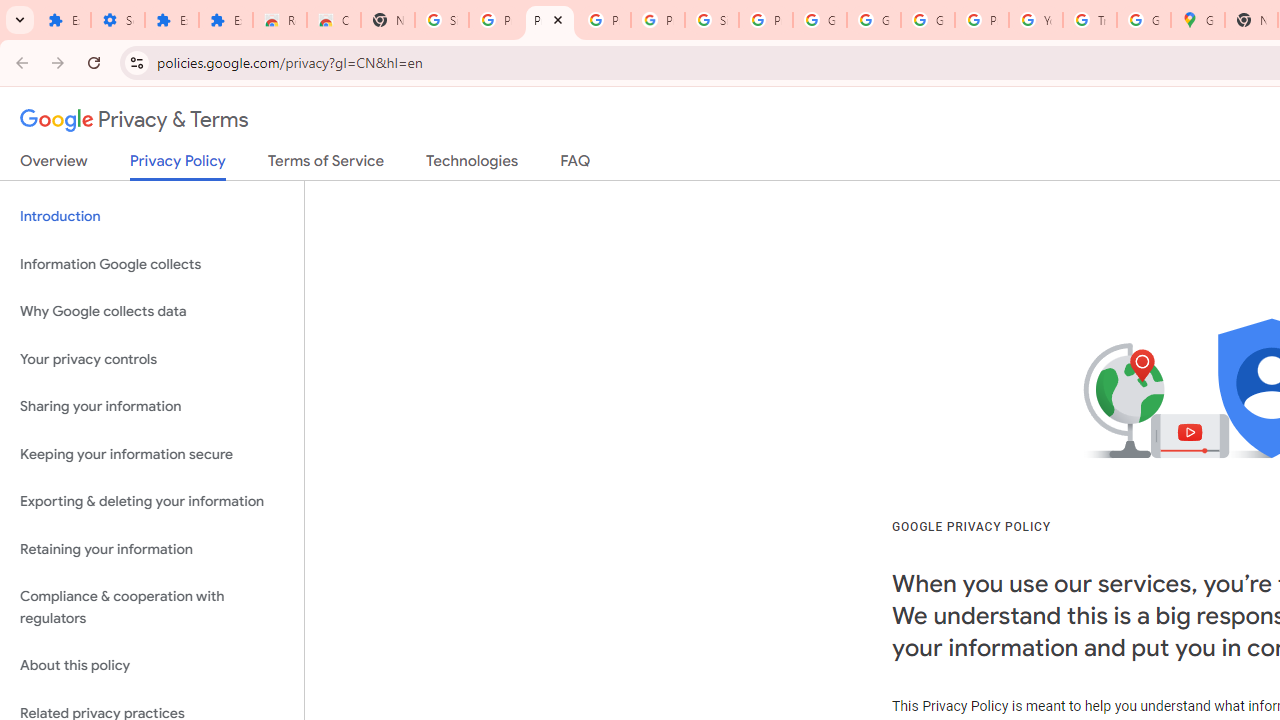 The image size is (1280, 720). What do you see at coordinates (151, 501) in the screenshot?
I see `'Exporting & deleting your information'` at bounding box center [151, 501].